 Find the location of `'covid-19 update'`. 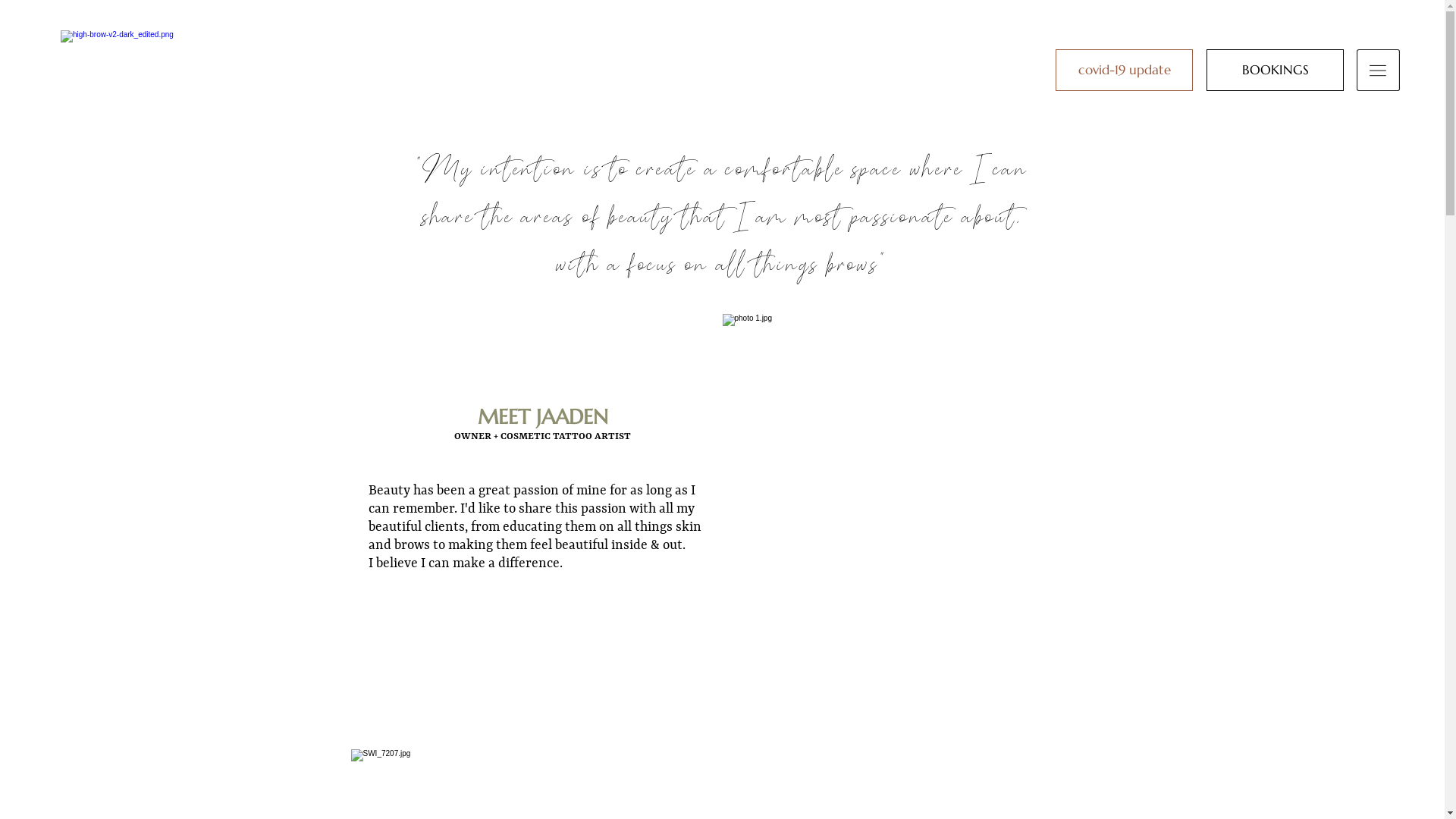

'covid-19 update' is located at coordinates (1124, 70).